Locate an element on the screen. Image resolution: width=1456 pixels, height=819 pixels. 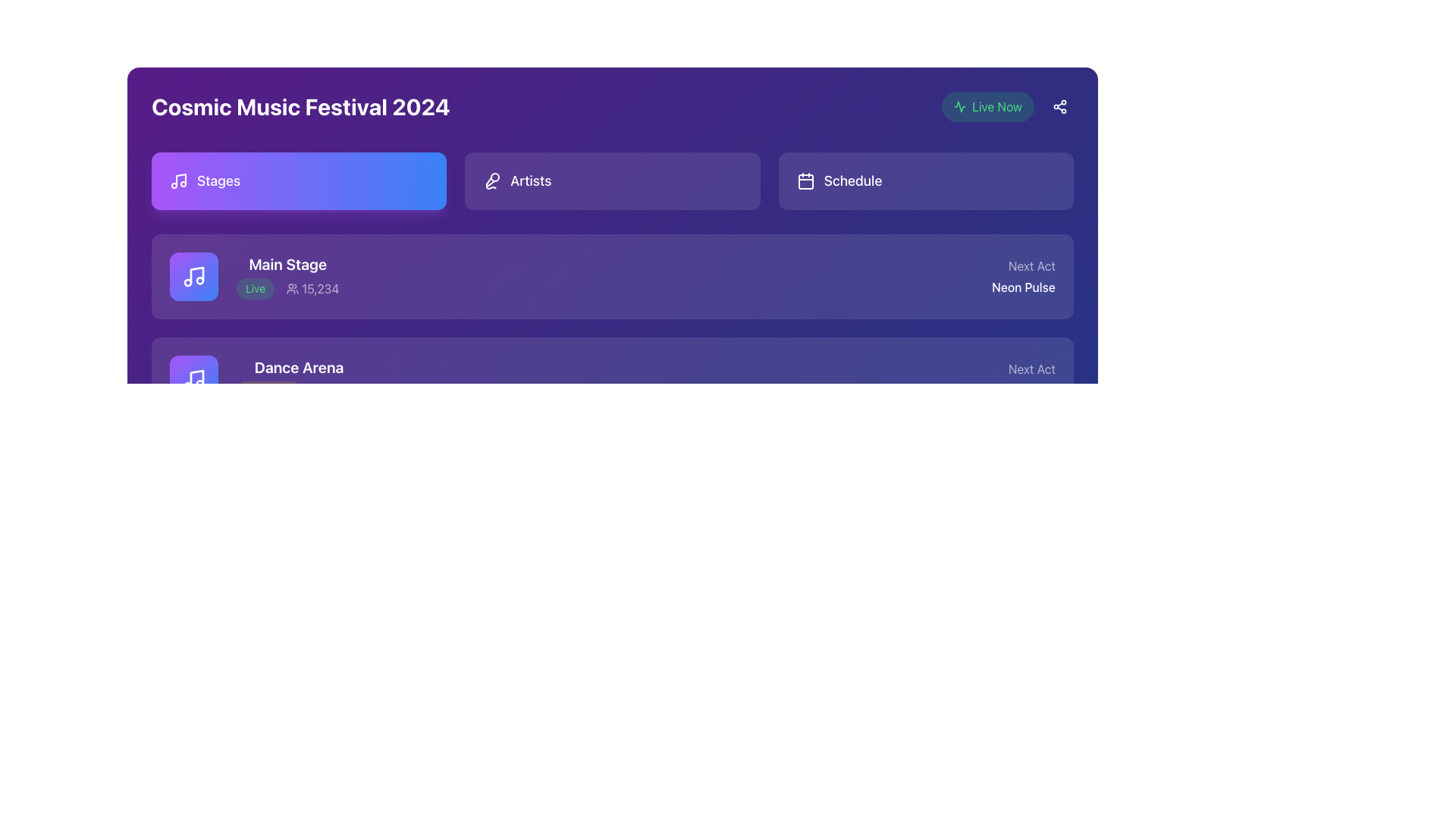
the 'Main Stage' icon located to the left of the text 'Main Stage' is located at coordinates (193, 277).